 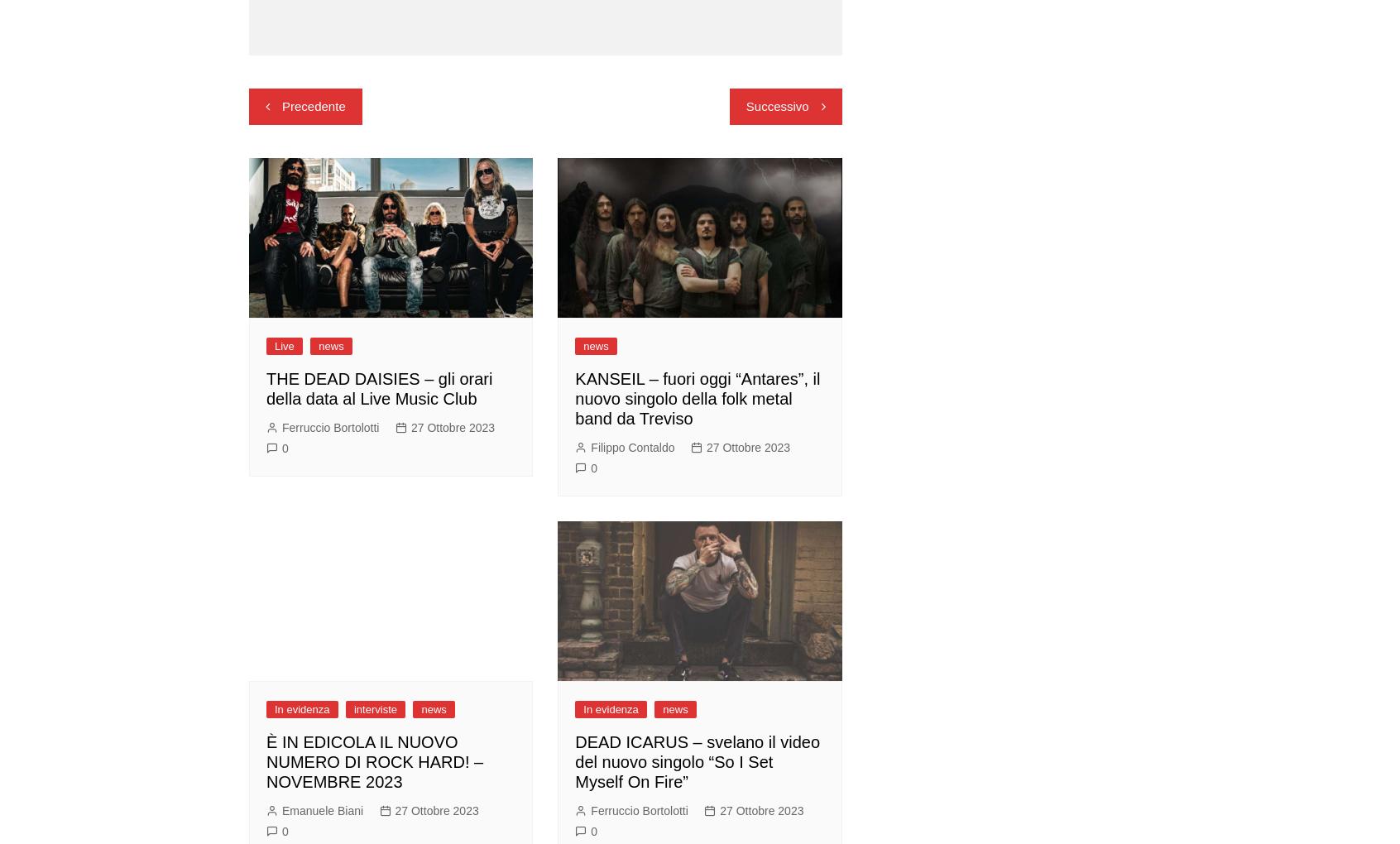 I want to click on 'Emanuele Biani', so click(x=280, y=809).